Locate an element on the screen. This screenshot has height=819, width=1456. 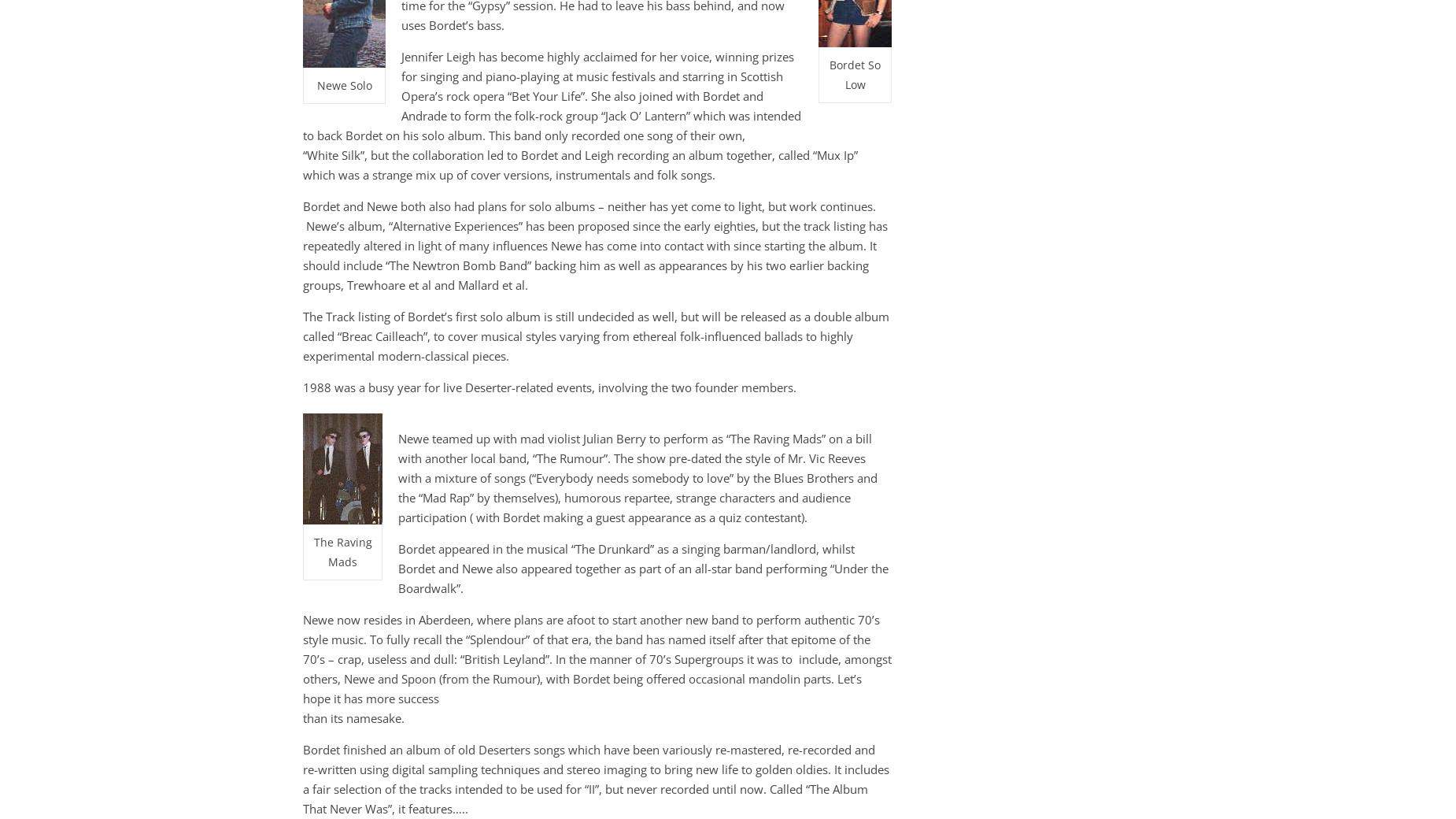
'Newe teamed up with mad violist Julian Berry to perform as “The Raving Mads” on a bill with another local band, “The Rumour”. The show pre-dated the style of Mr. Vic Reeves with a mixture of songs (“Everybody needs somebody to love” by the Blues Brothers and the “Mad Rap” by themselves), humorous repartee, strange characters and audience participation ( with Bordet making a guest appearance as a quiz contestant).' is located at coordinates (637, 477).